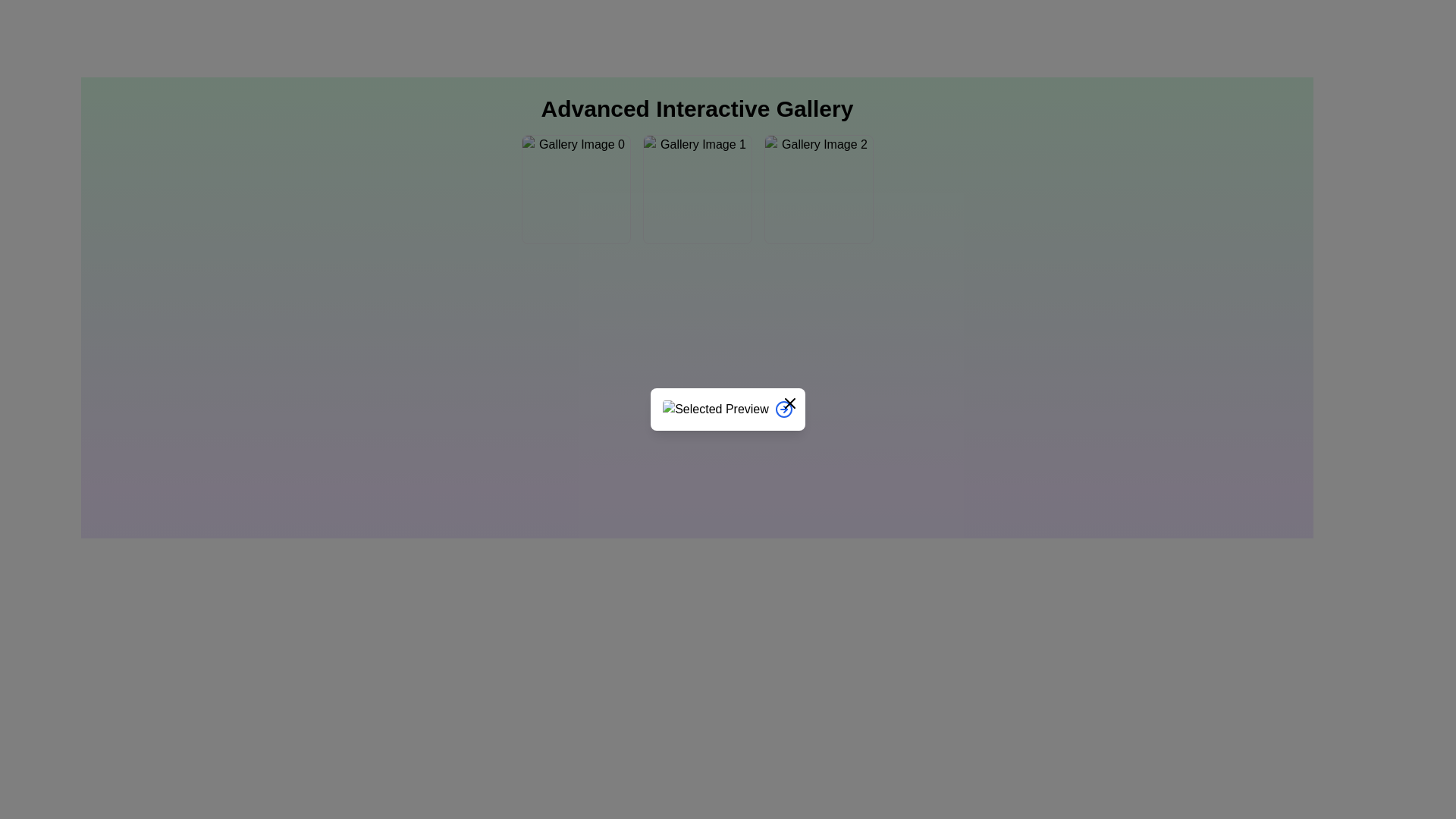 The height and width of the screenshot is (819, 1456). What do you see at coordinates (575, 189) in the screenshot?
I see `the square-shaped thumbnail image with a rounded border labeled 'Gallery Image 0'` at bounding box center [575, 189].